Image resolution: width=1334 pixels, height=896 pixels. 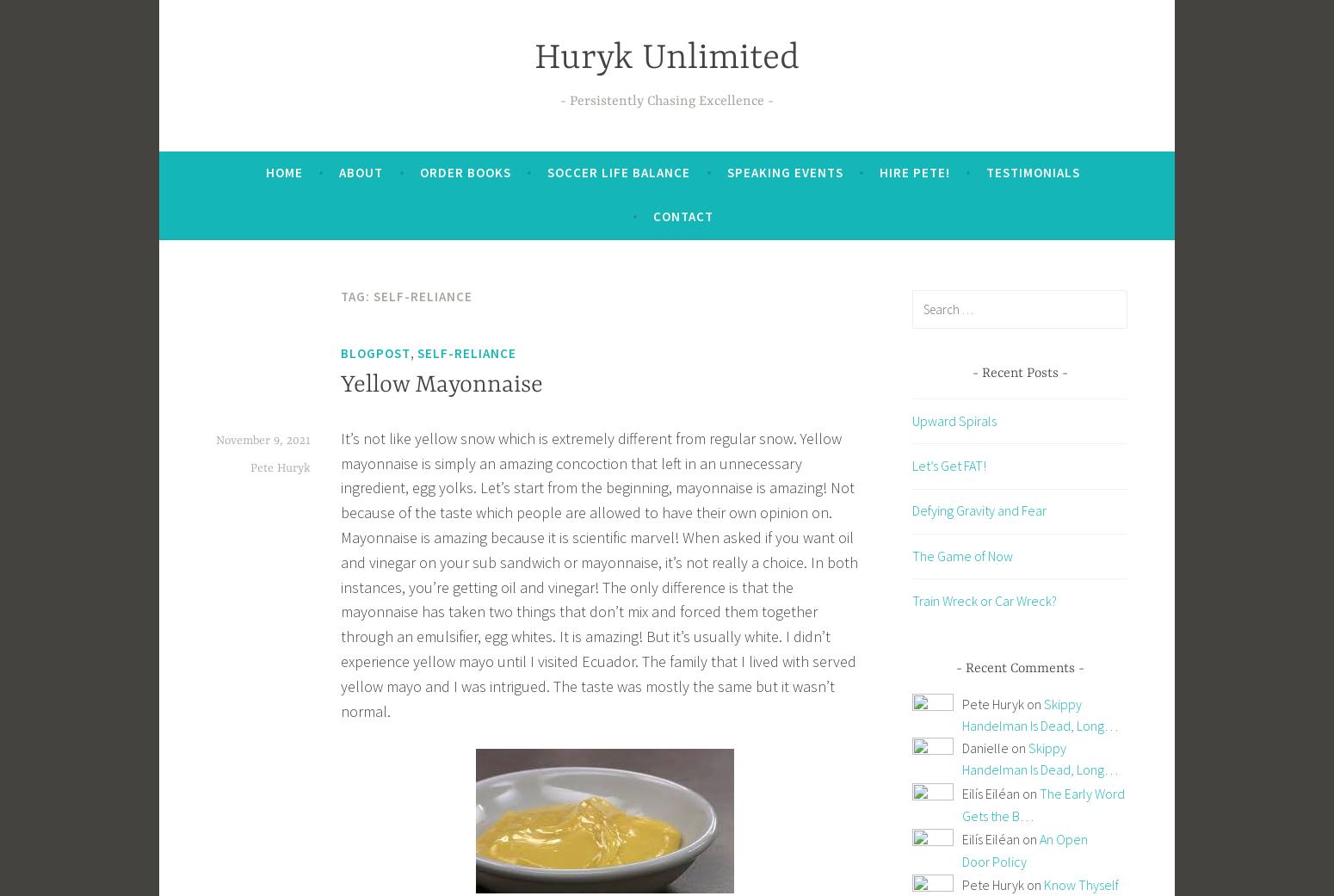 What do you see at coordinates (375, 353) in the screenshot?
I see `'Blogpost'` at bounding box center [375, 353].